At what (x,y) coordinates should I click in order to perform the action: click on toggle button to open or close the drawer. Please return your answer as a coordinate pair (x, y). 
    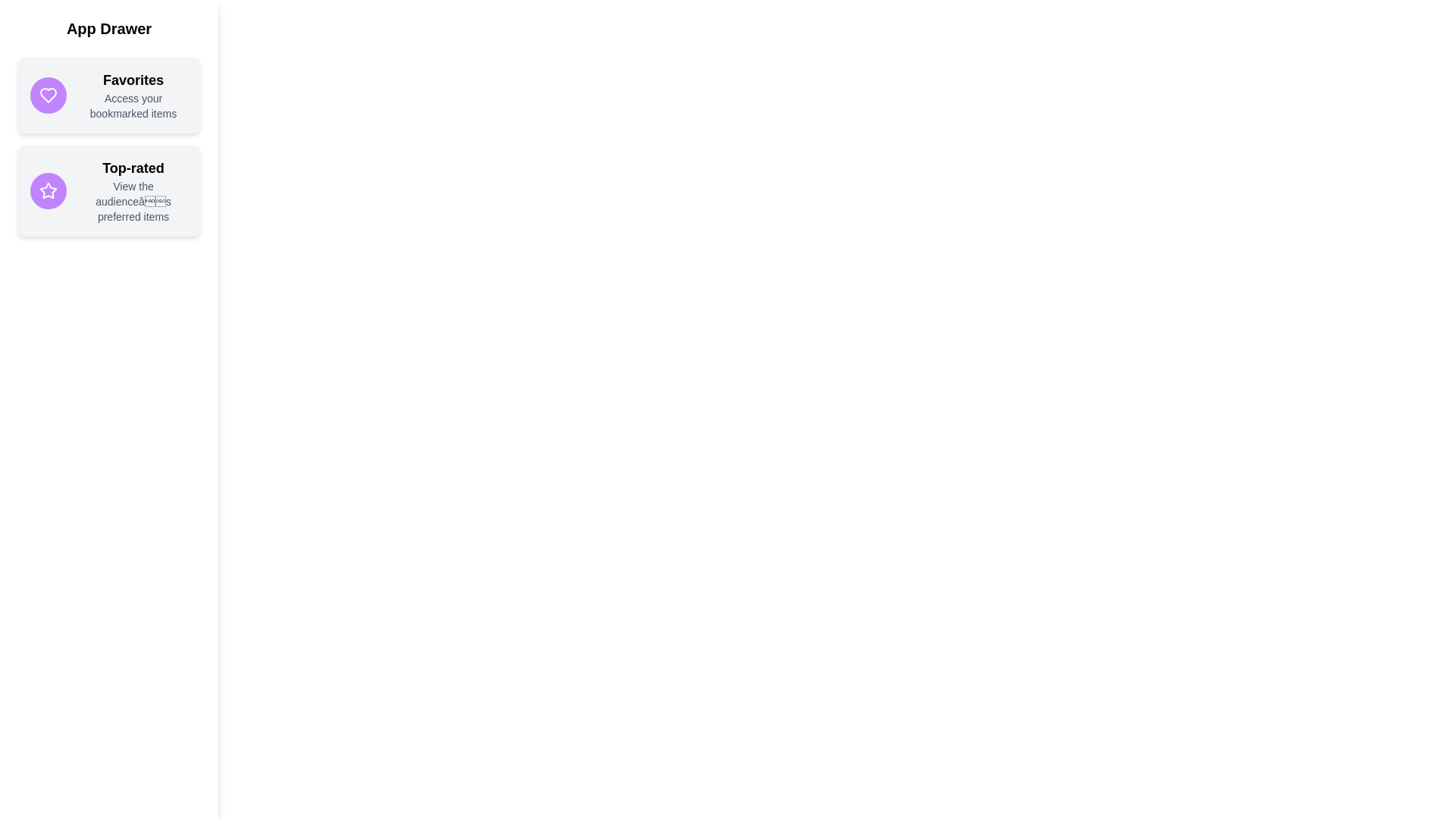
    Looking at the image, I should click on (33, 33).